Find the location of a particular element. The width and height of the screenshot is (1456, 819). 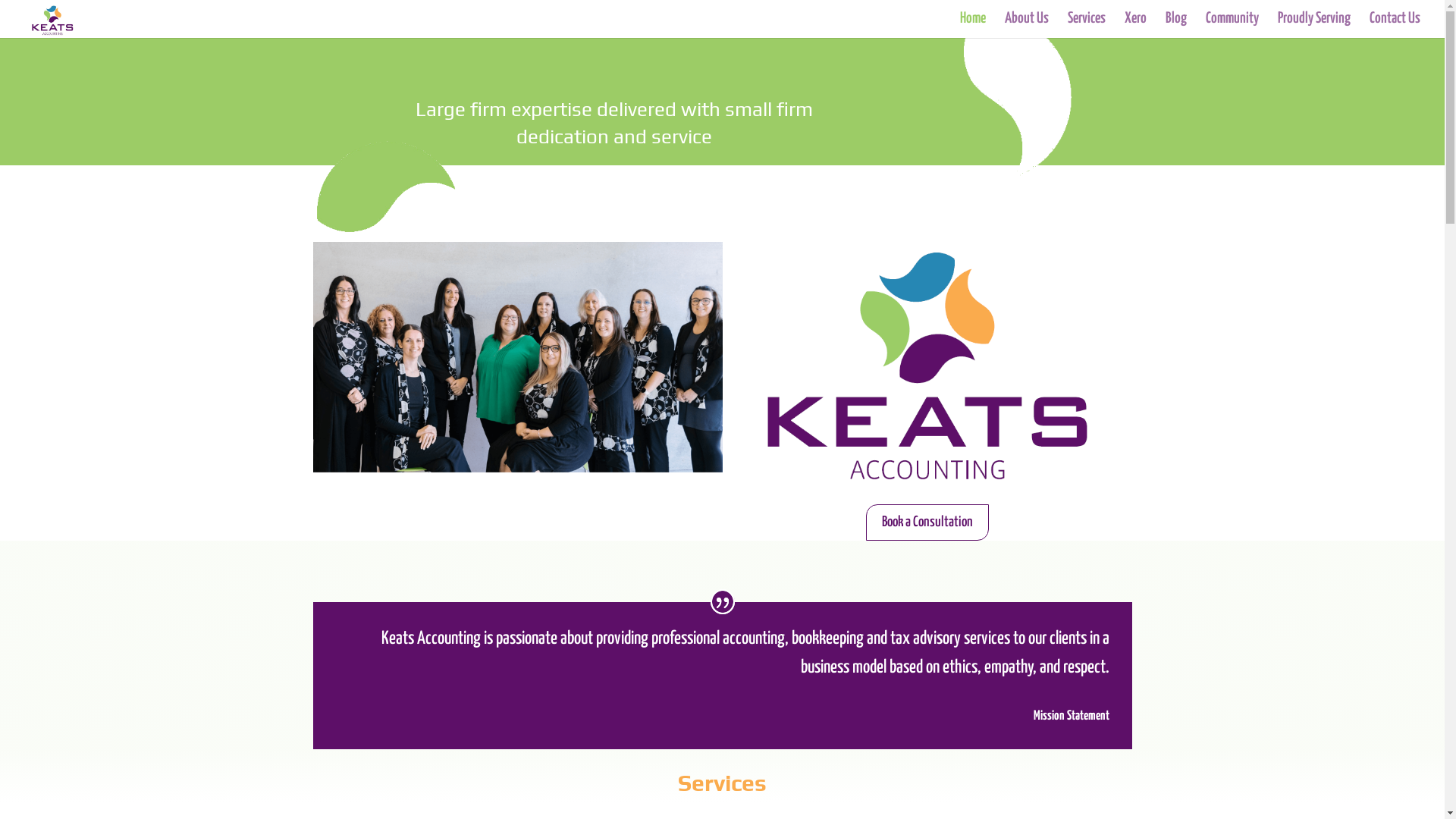

'Community' is located at coordinates (1232, 26).